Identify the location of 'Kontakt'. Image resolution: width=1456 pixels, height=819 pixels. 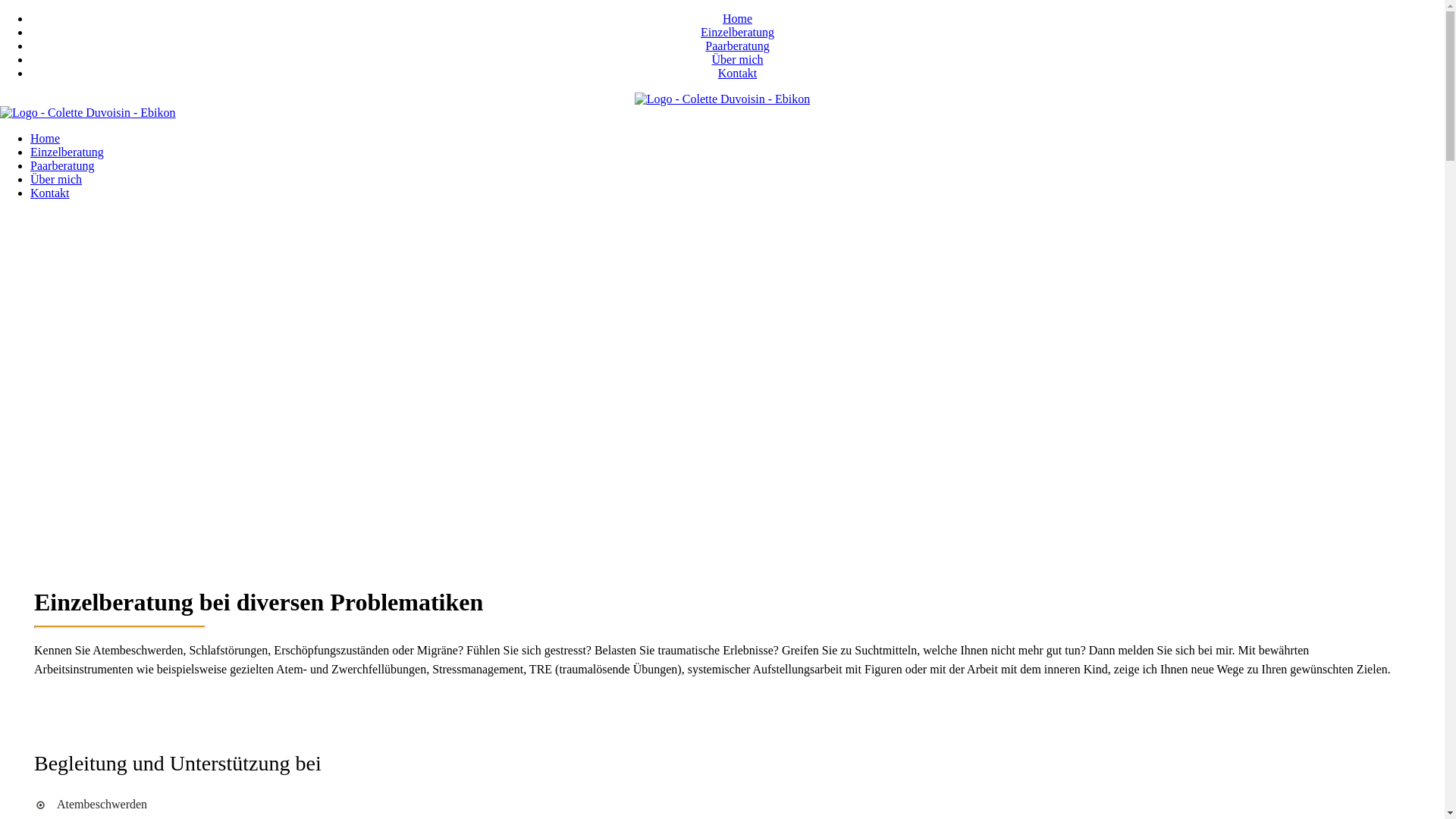
(738, 73).